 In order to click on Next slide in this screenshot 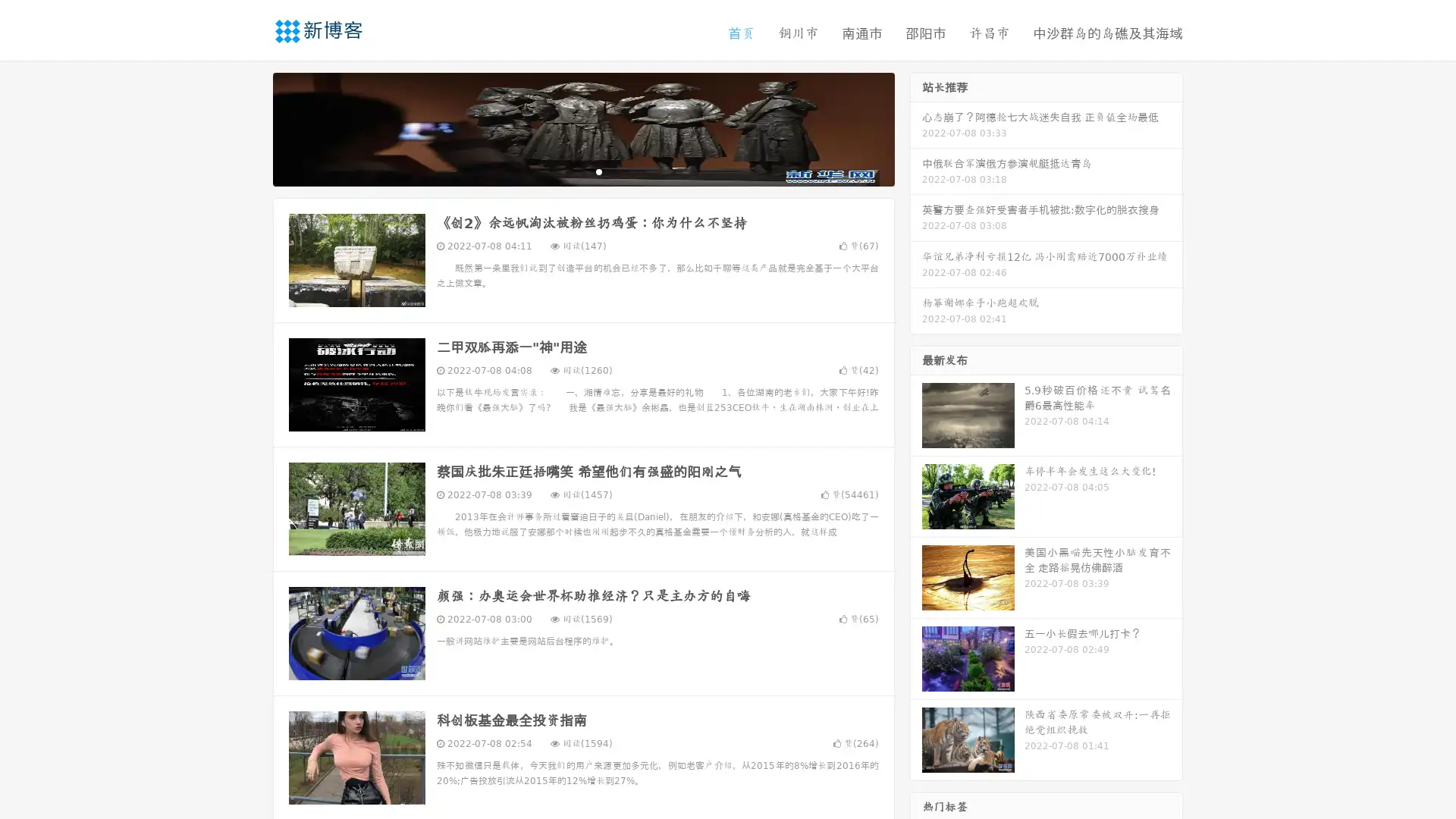, I will do `click(916, 127)`.